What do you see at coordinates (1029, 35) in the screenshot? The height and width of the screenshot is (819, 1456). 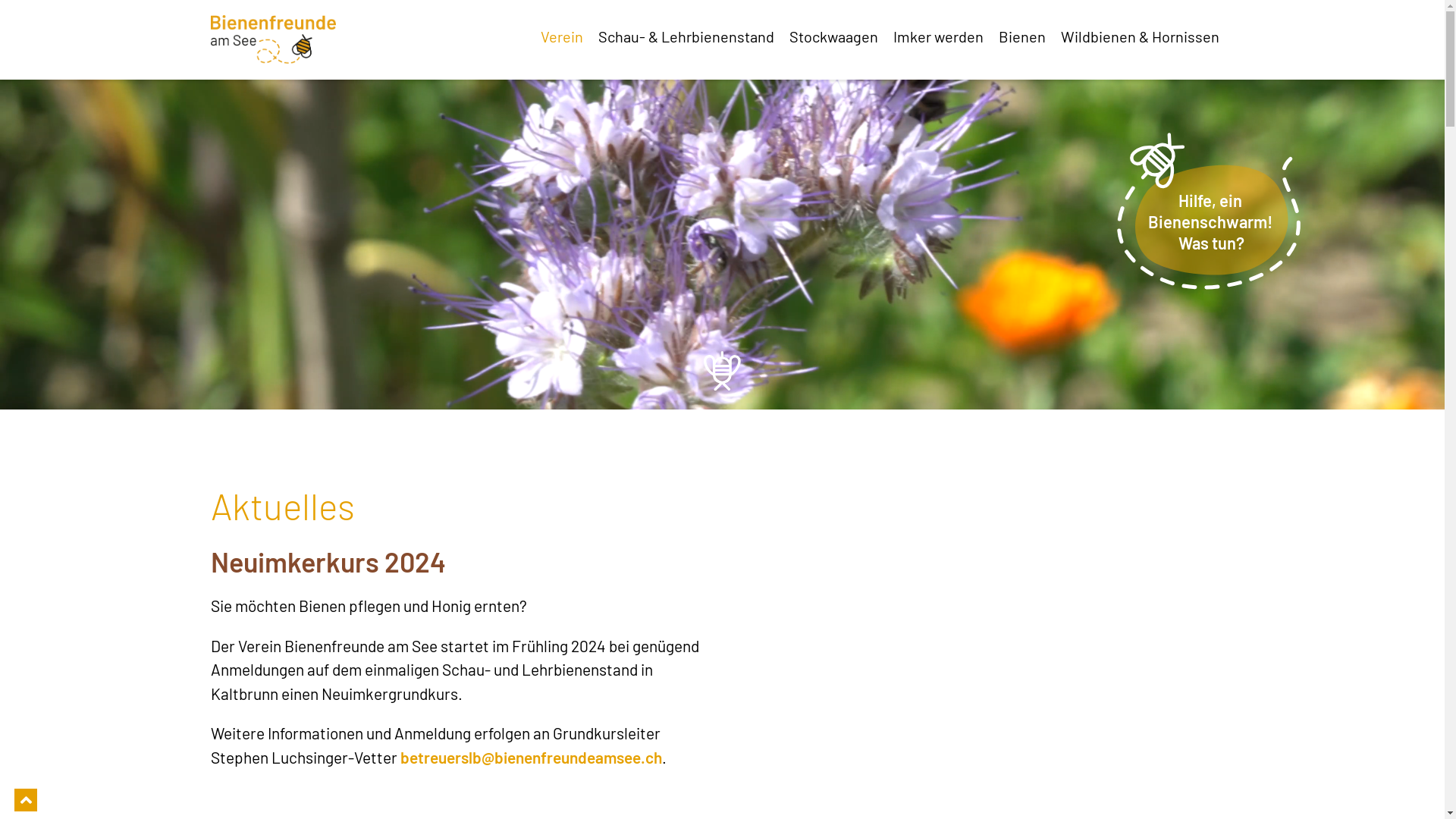 I see `'Bienen'` at bounding box center [1029, 35].